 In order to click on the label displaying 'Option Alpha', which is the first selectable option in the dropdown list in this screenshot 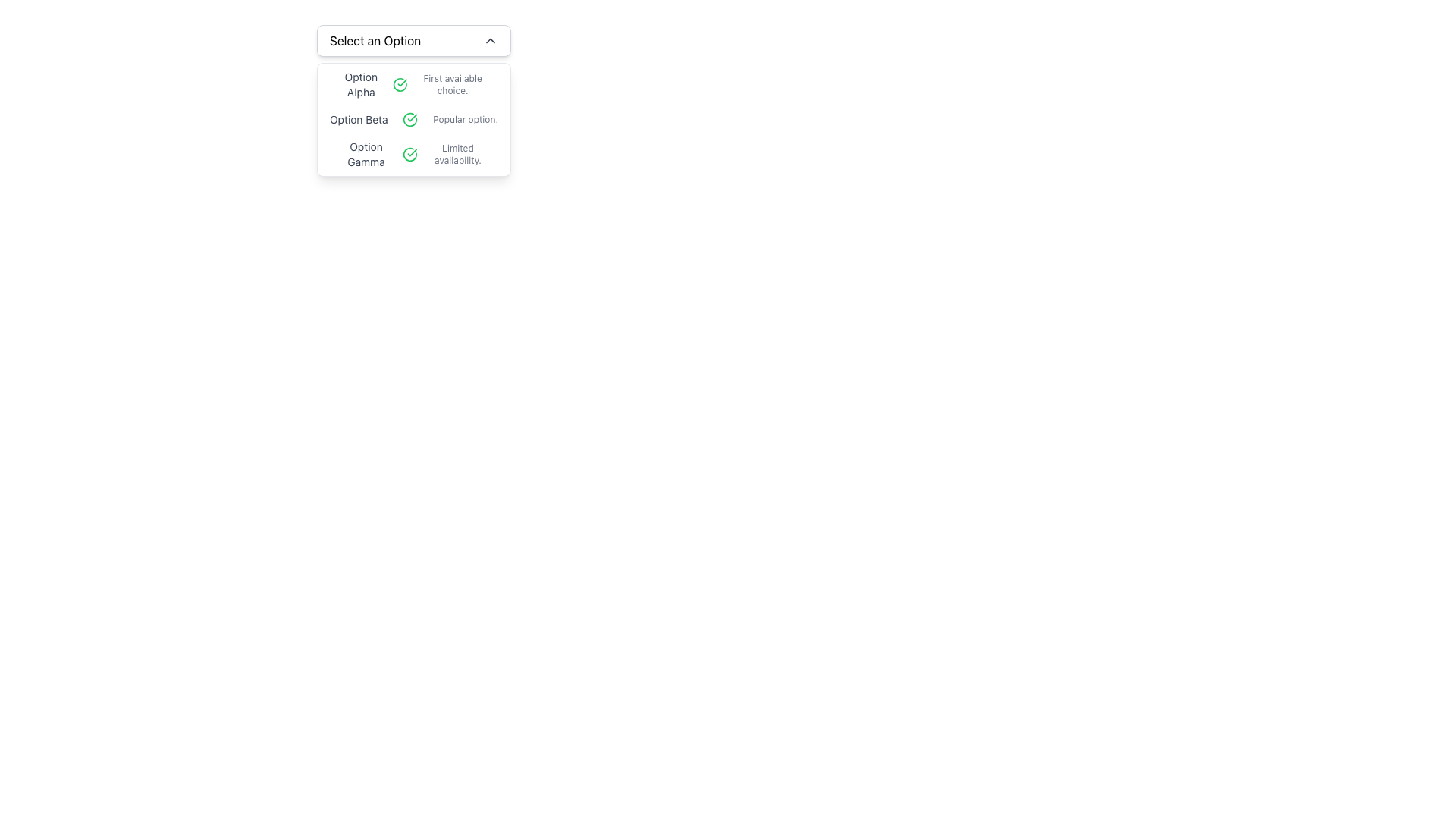, I will do `click(360, 84)`.